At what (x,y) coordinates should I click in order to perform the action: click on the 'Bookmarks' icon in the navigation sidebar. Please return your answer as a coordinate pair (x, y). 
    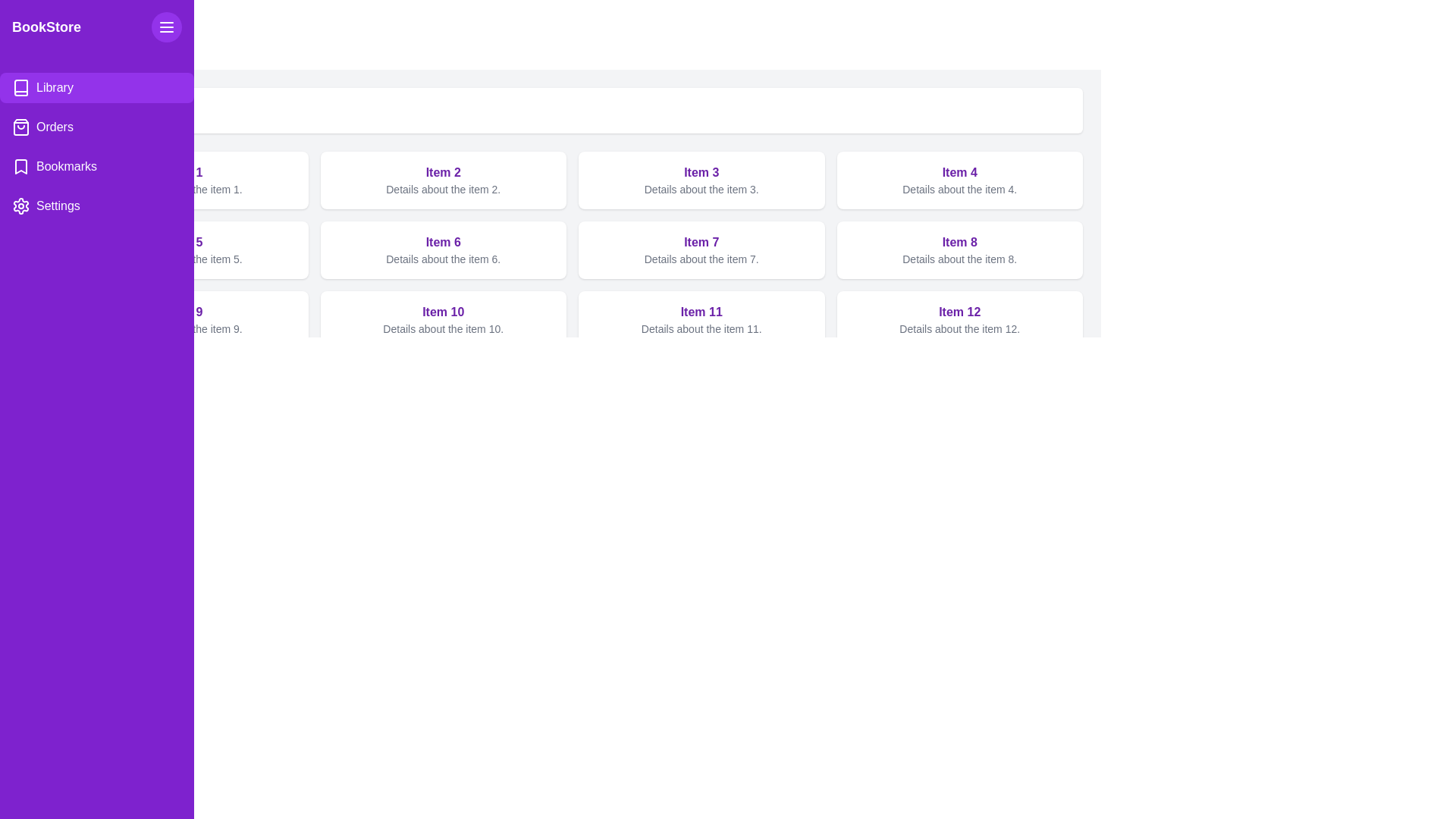
    Looking at the image, I should click on (21, 166).